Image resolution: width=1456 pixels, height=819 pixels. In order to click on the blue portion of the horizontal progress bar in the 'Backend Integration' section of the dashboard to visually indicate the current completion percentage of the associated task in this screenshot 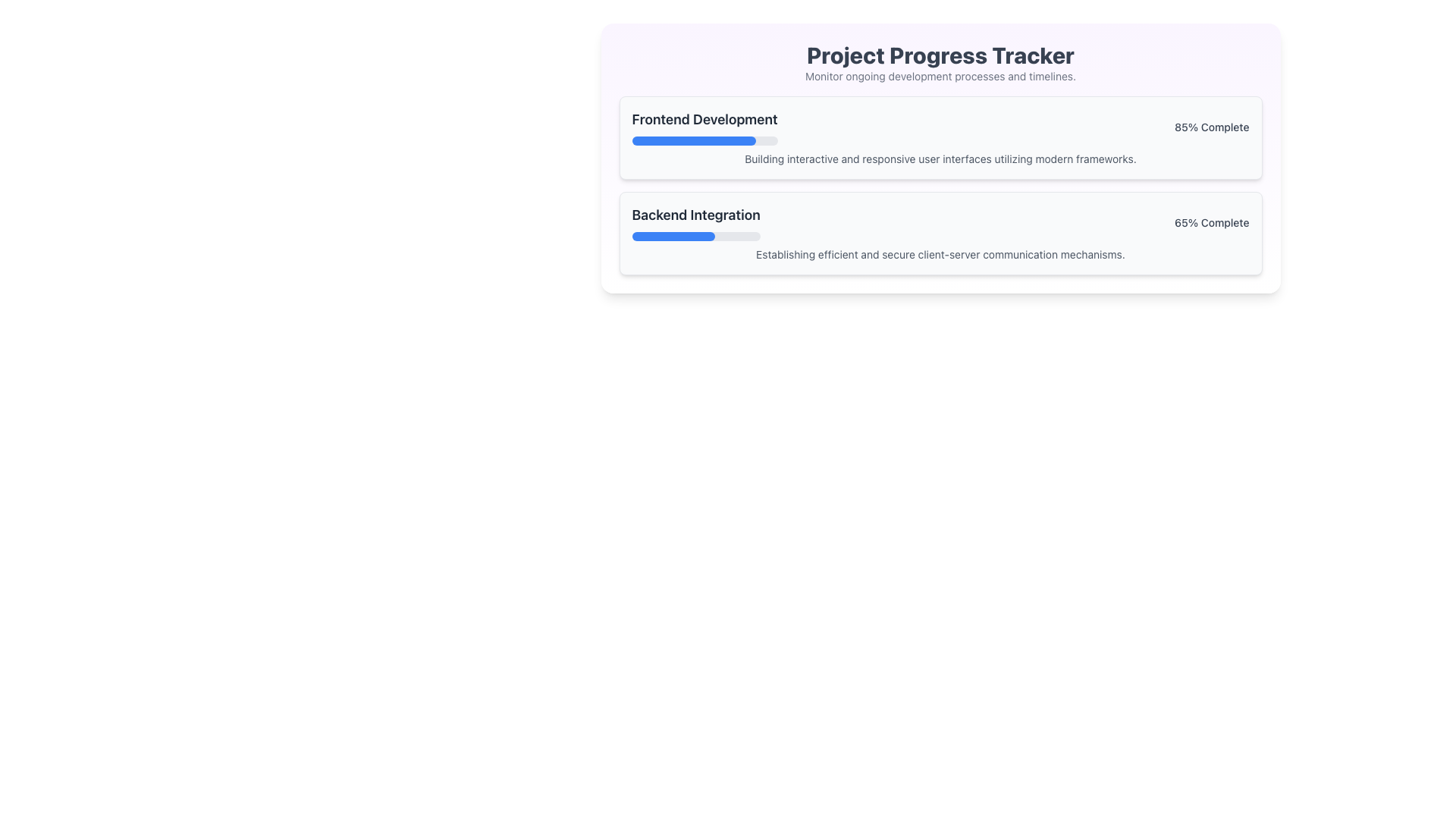, I will do `click(673, 237)`.